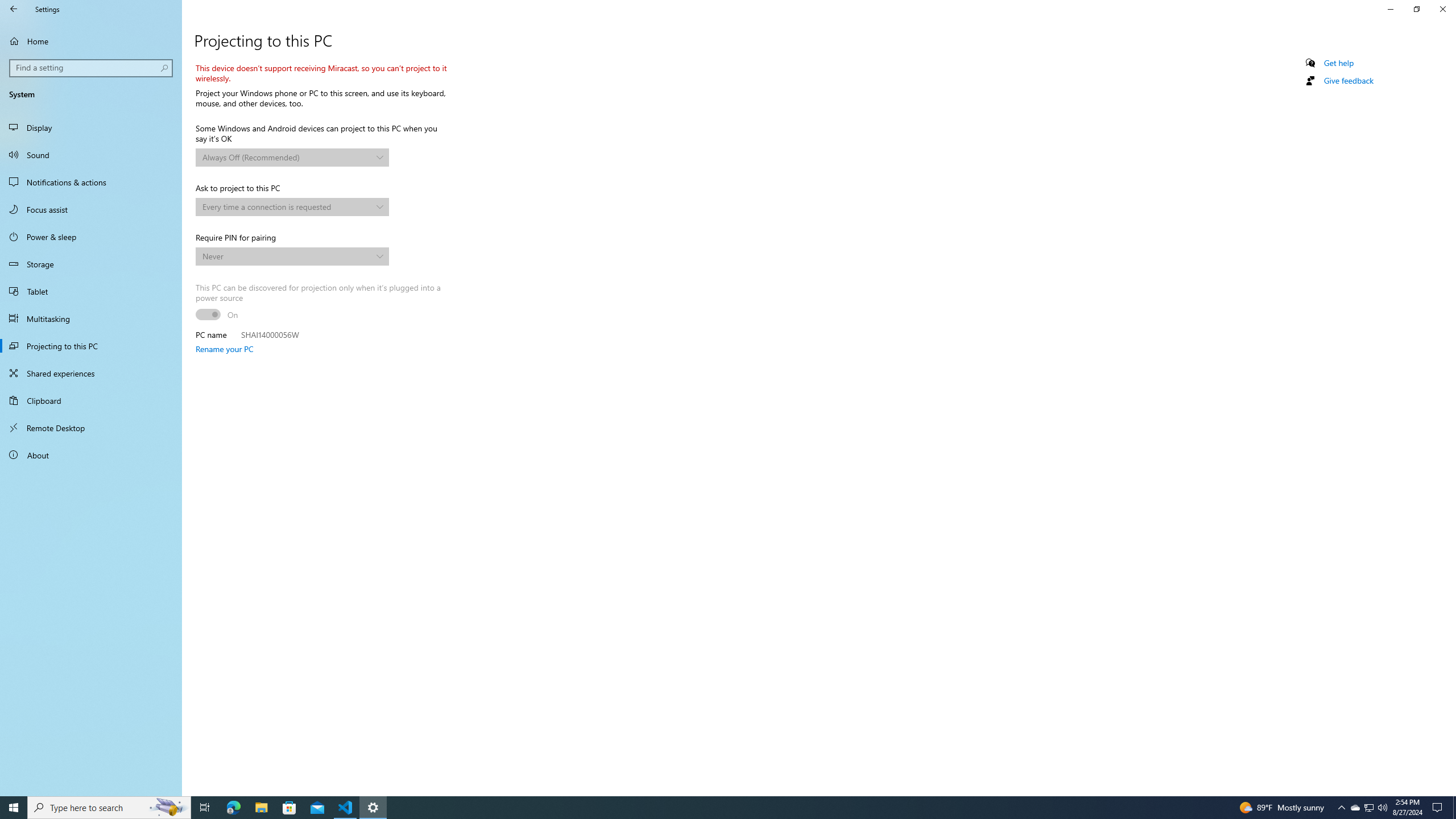  Describe the element at coordinates (287, 255) in the screenshot. I see `'Never'` at that location.